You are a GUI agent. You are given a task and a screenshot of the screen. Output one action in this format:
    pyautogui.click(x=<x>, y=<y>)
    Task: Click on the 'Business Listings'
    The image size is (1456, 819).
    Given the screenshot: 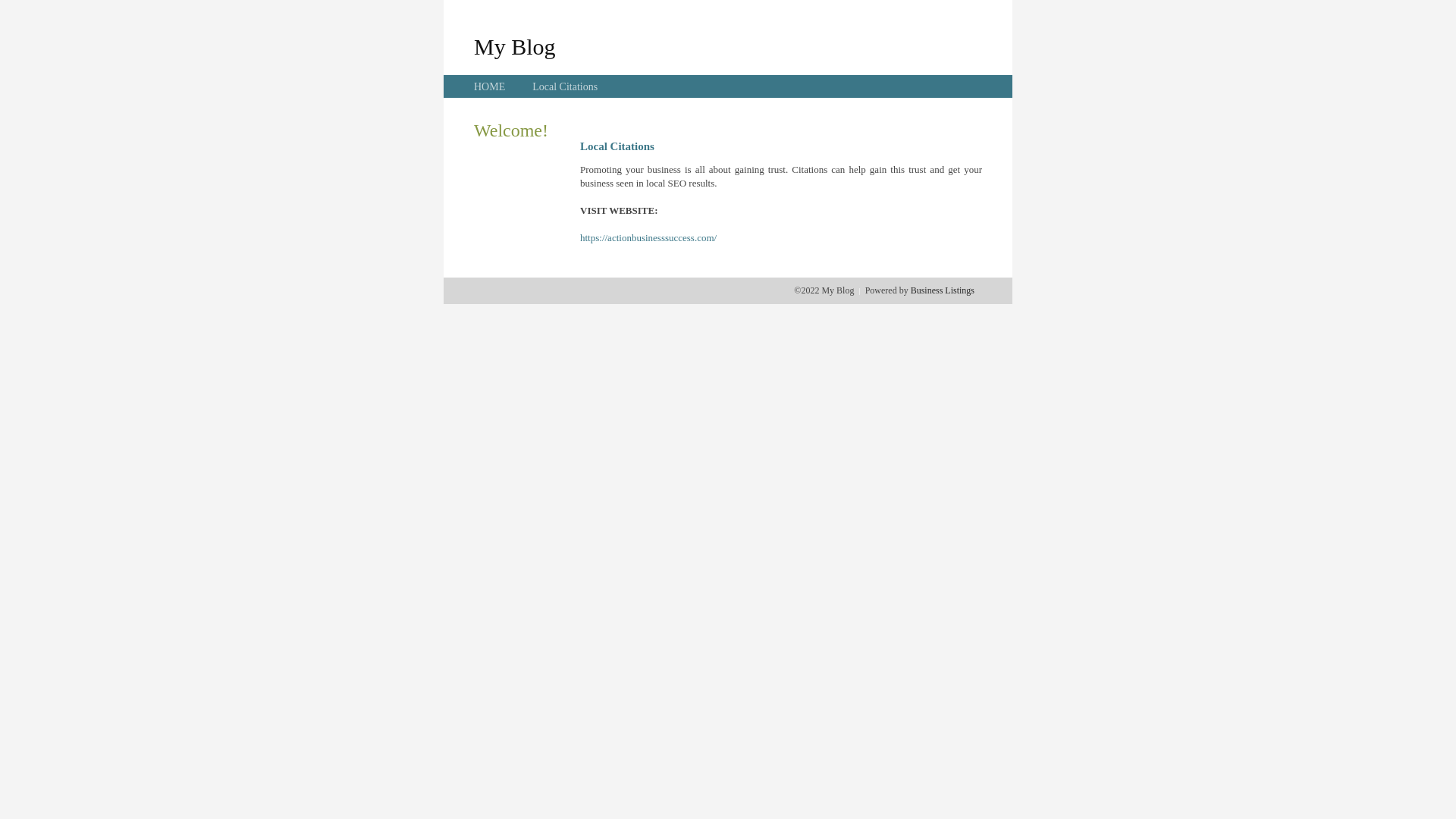 What is the action you would take?
    pyautogui.click(x=942, y=290)
    